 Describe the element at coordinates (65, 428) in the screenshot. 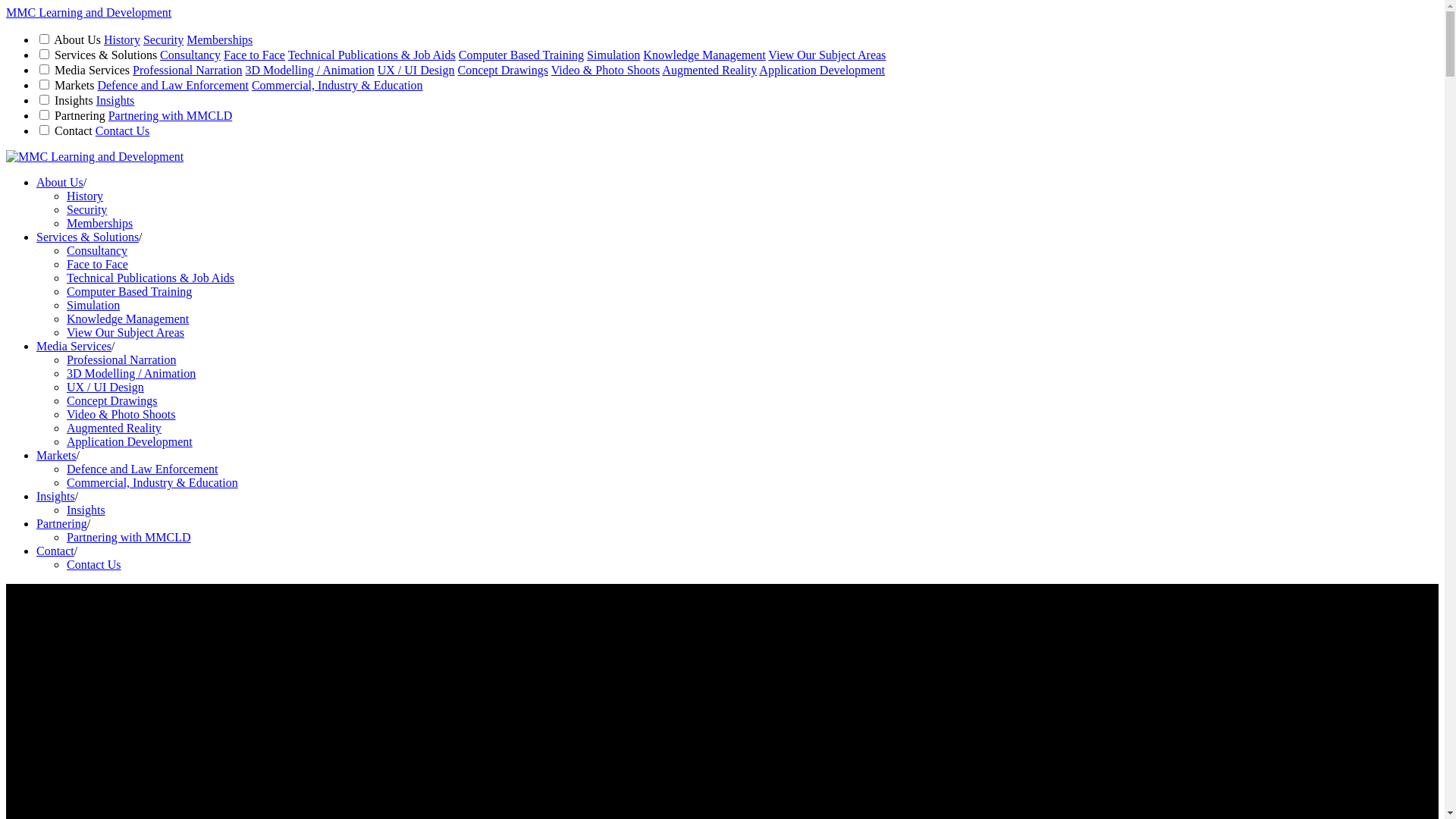

I see `'Augmented Reality'` at that location.